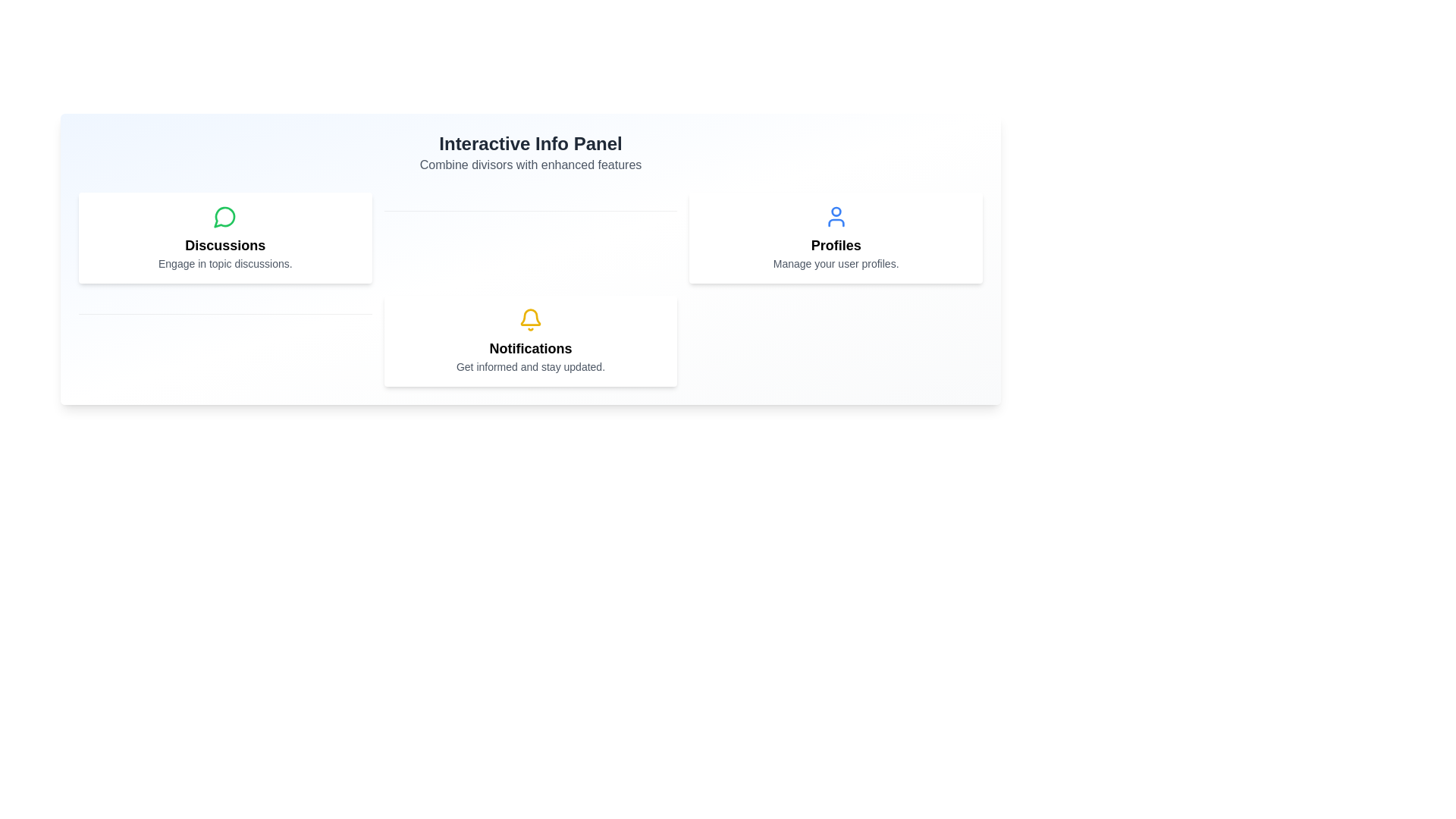 The width and height of the screenshot is (1456, 819). I want to click on the Informational card which features a green chat icon and the text 'Discussions' with the phrase 'Engage in topic discussions.', so click(224, 237).